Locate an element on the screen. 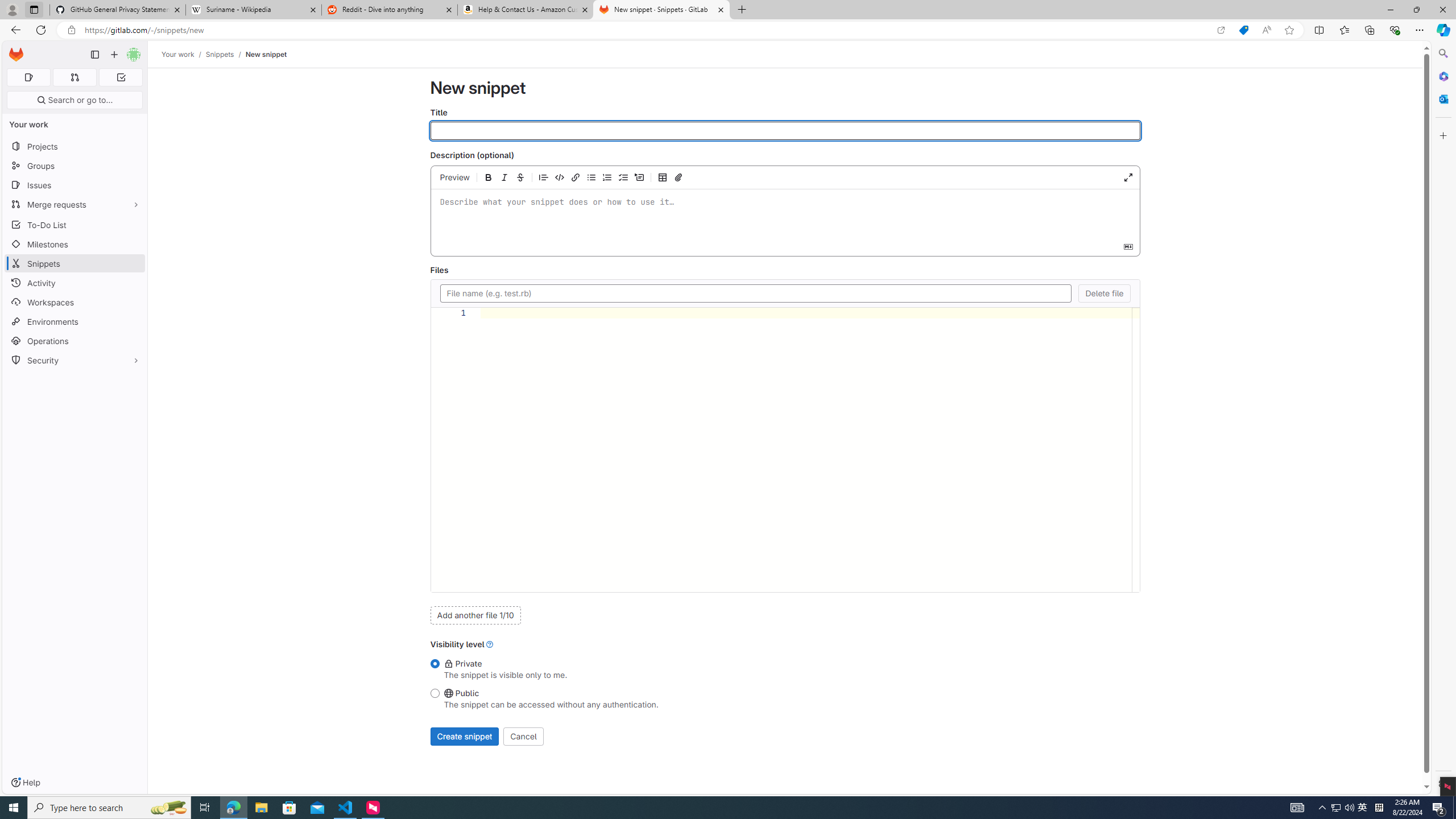  'Snippets' is located at coordinates (220, 54).